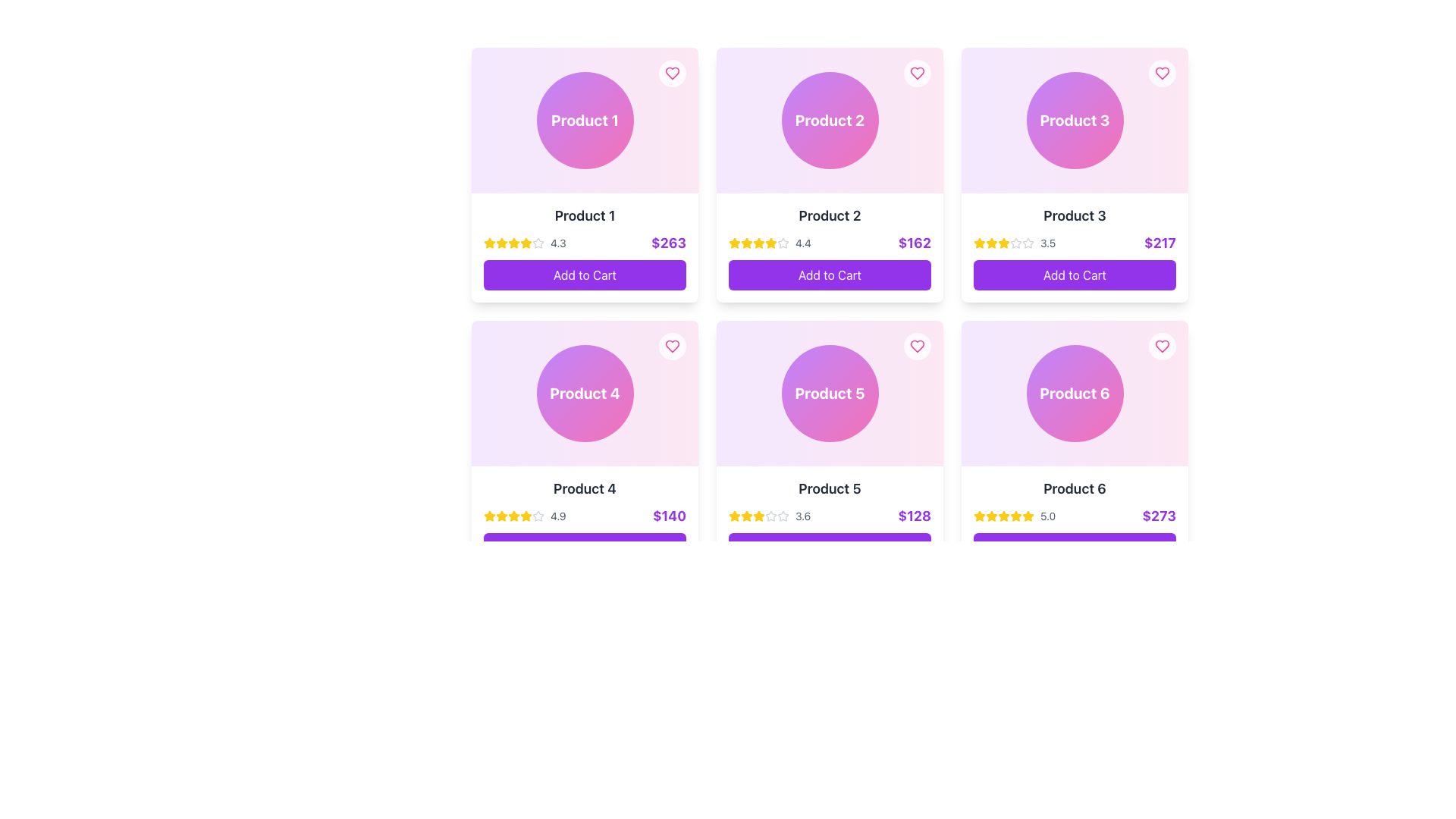  Describe the element at coordinates (502, 515) in the screenshot. I see `the leftmost star icon in the rating section of the card labeled 'Product 4' to provide a rating` at that location.